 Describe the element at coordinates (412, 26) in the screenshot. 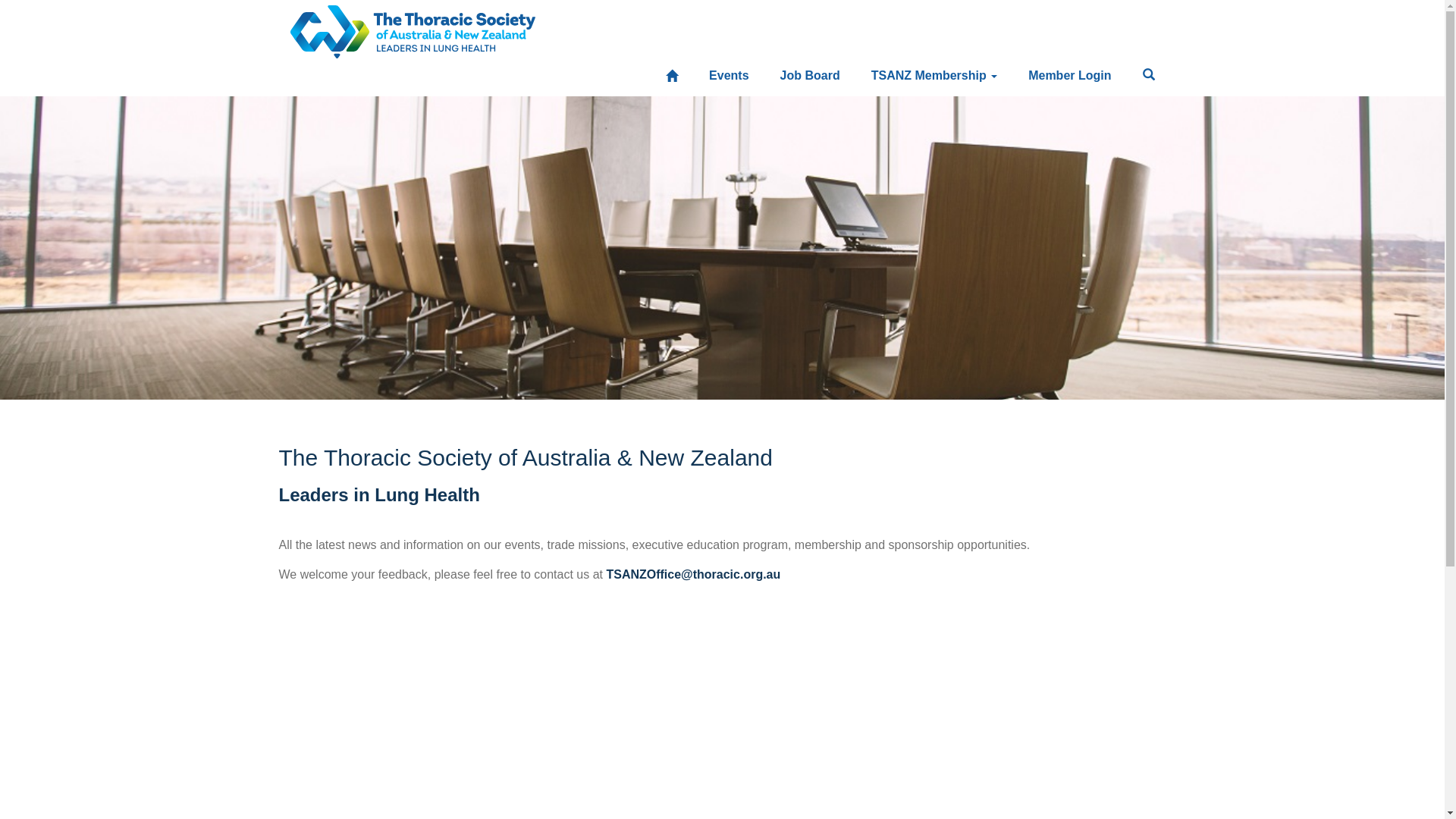

I see `'AICC Portal'` at that location.